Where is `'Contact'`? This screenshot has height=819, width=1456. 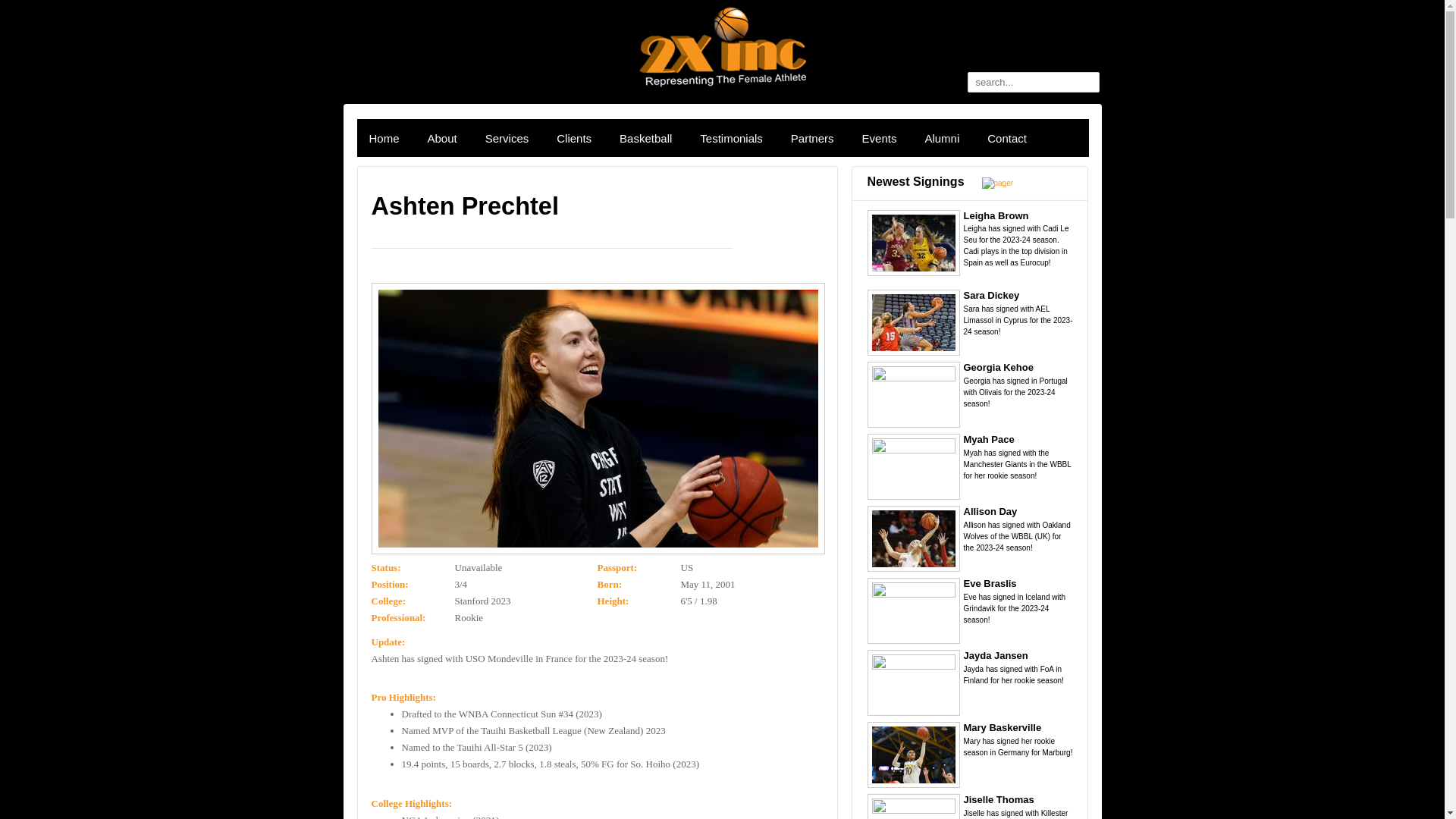 'Contact' is located at coordinates (1007, 138).